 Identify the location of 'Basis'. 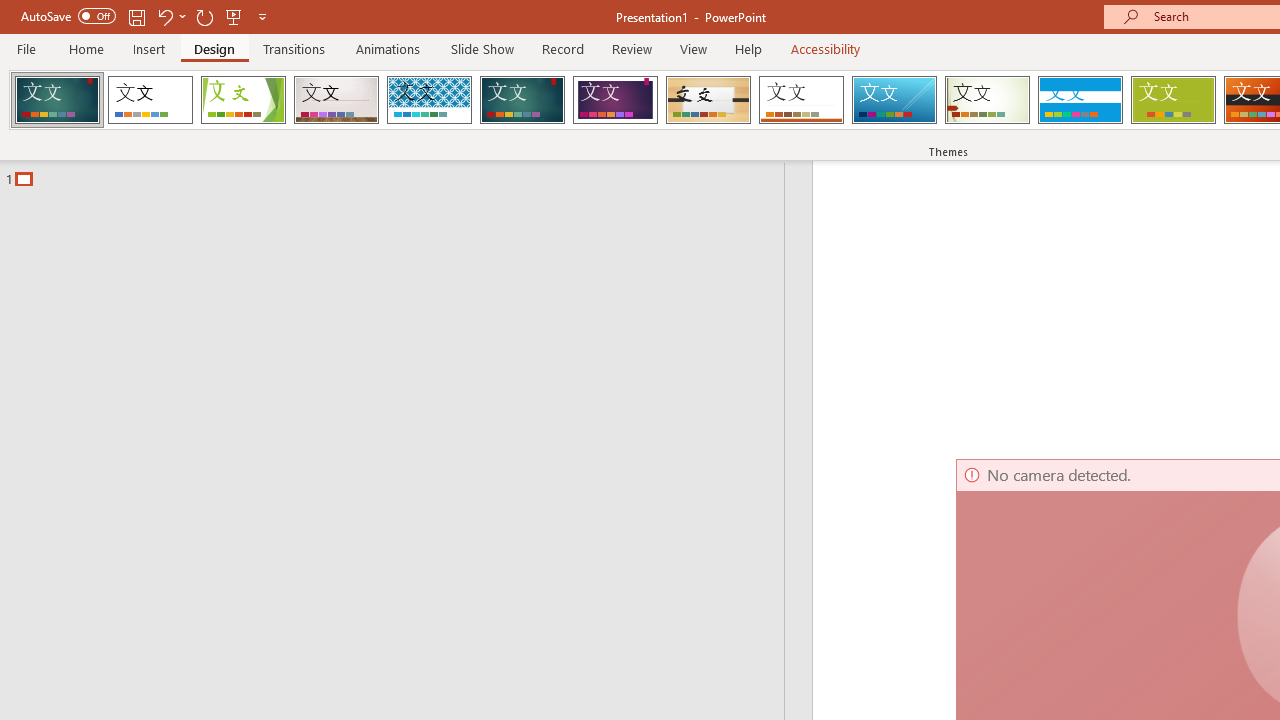
(1173, 100).